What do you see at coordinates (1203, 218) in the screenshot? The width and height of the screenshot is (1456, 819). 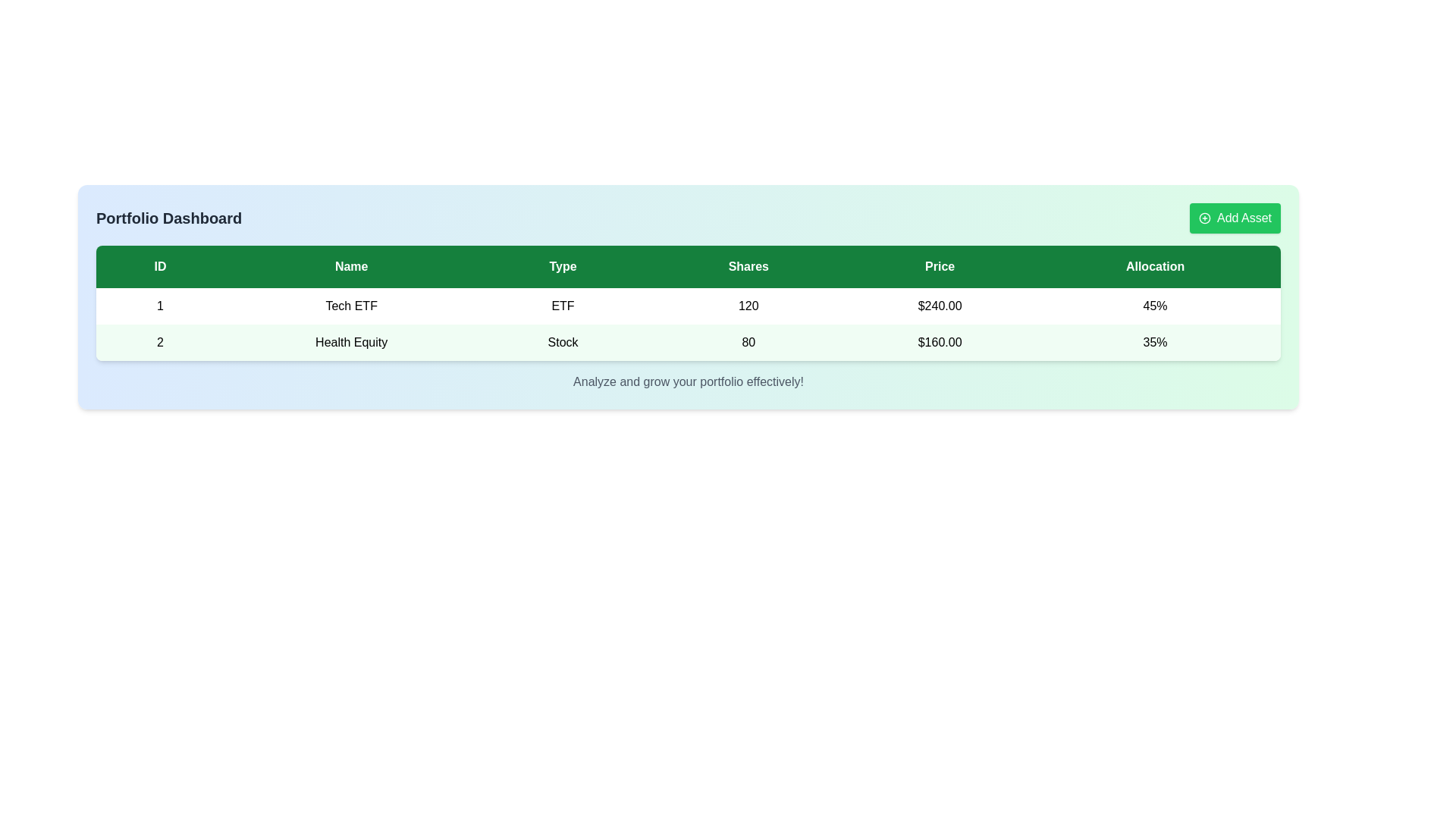 I see `the small circular icon with a plus sign in the center, styled with a green stroke, located to the left of the 'Add Asset' text on the green button` at bounding box center [1203, 218].